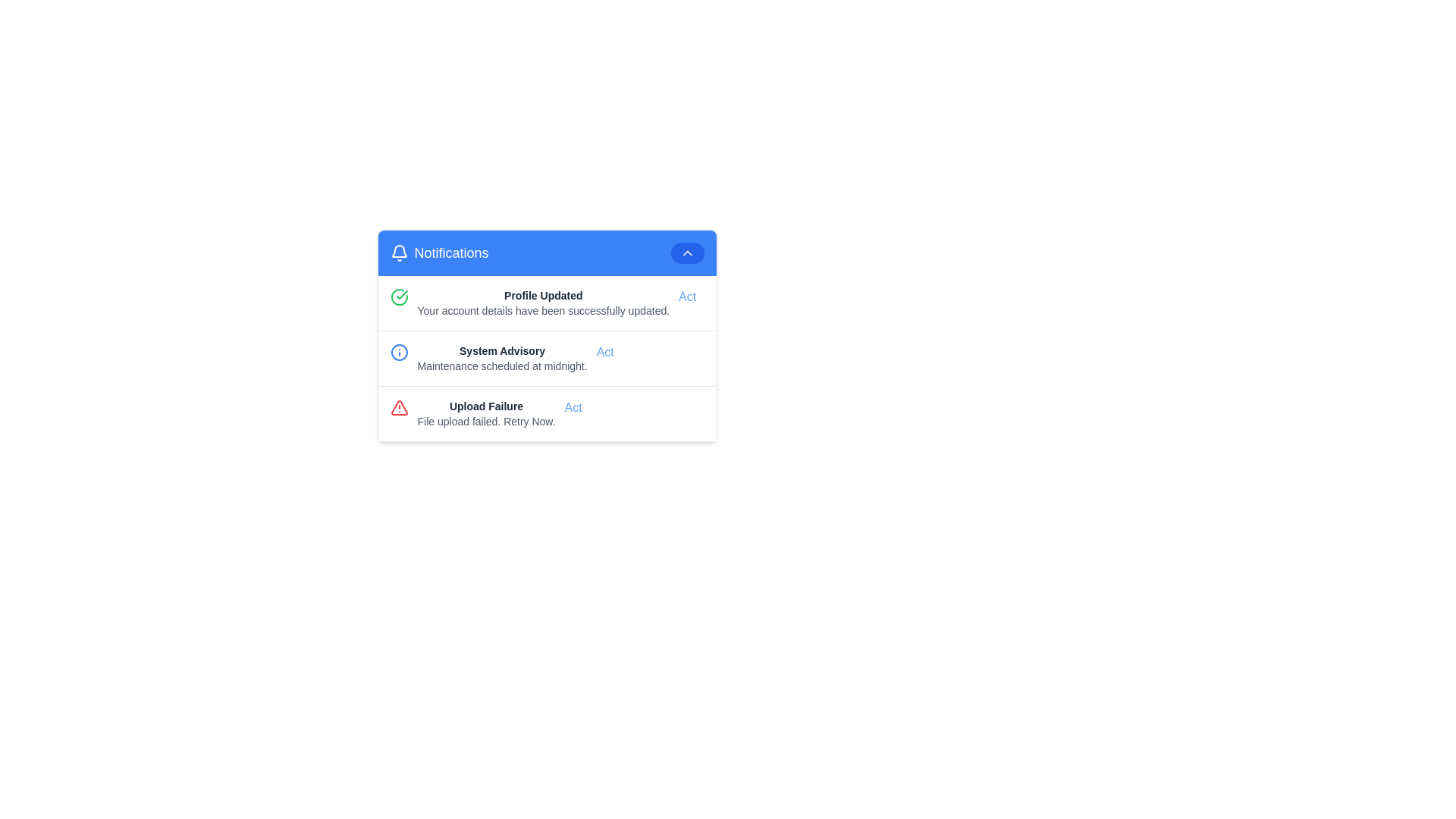 The image size is (1456, 819). What do you see at coordinates (686, 253) in the screenshot?
I see `the toggle button located at the far right of the header section of the notification panel` at bounding box center [686, 253].